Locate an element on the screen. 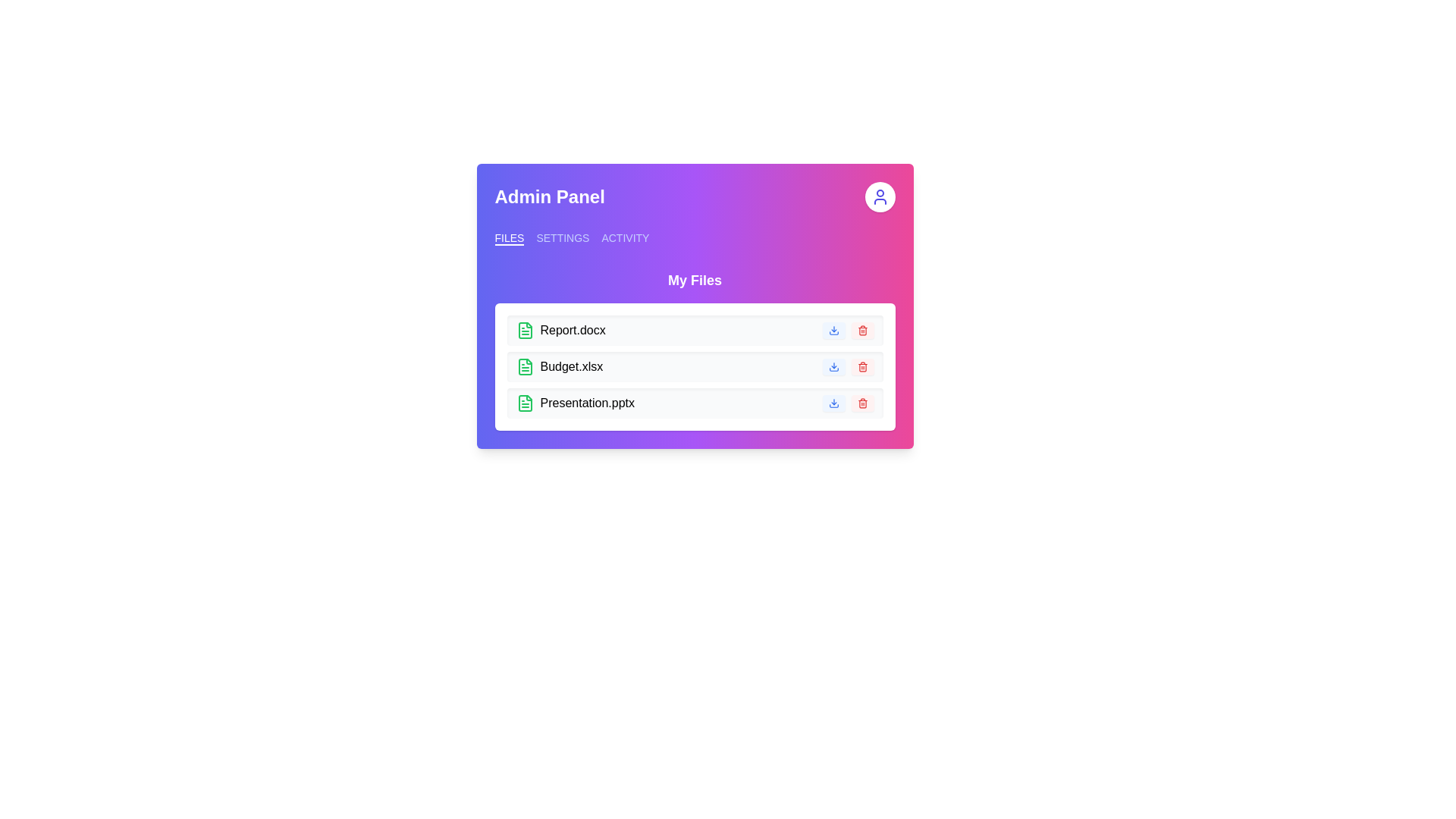 This screenshot has height=819, width=1456. the 'ACTIVITY' navigation link, which is the third item in the top navigation bar, styled in light indigo with a subtle underline on hover, to trigger style transitions is located at coordinates (626, 237).